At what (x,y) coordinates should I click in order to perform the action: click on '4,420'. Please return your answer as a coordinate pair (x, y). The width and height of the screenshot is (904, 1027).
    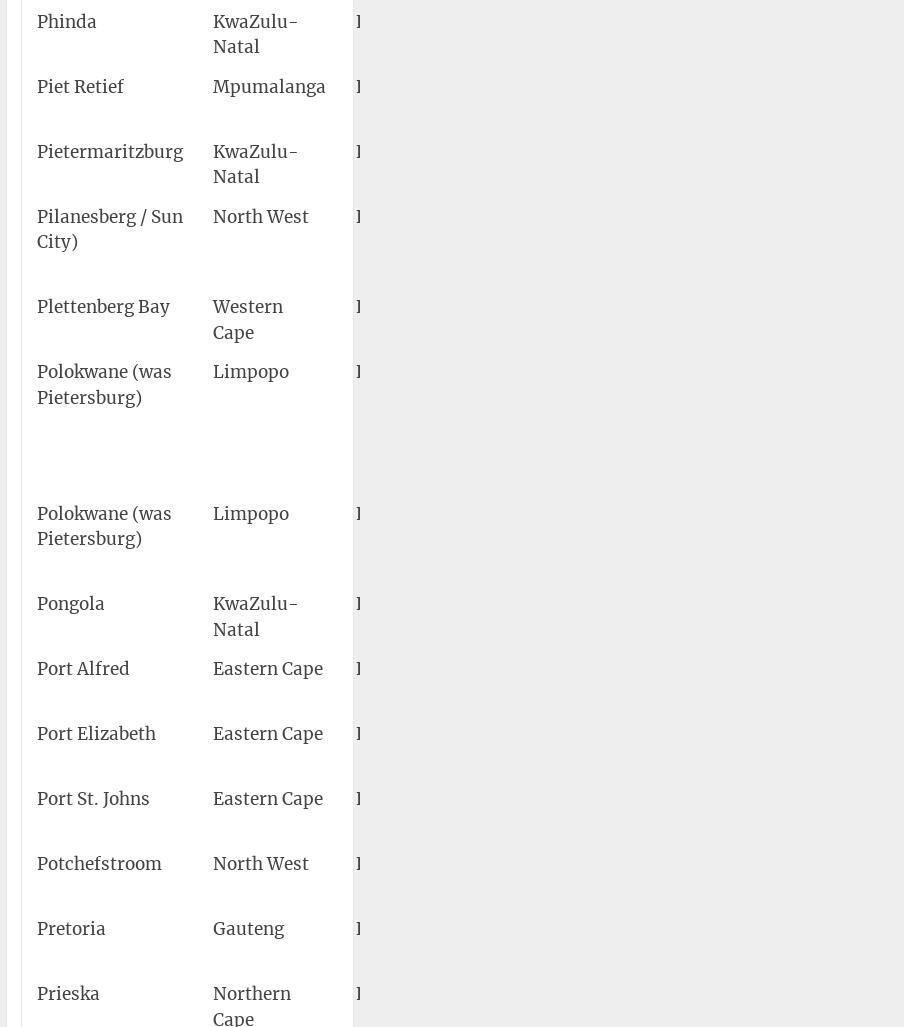
    Looking at the image, I should click on (862, 84).